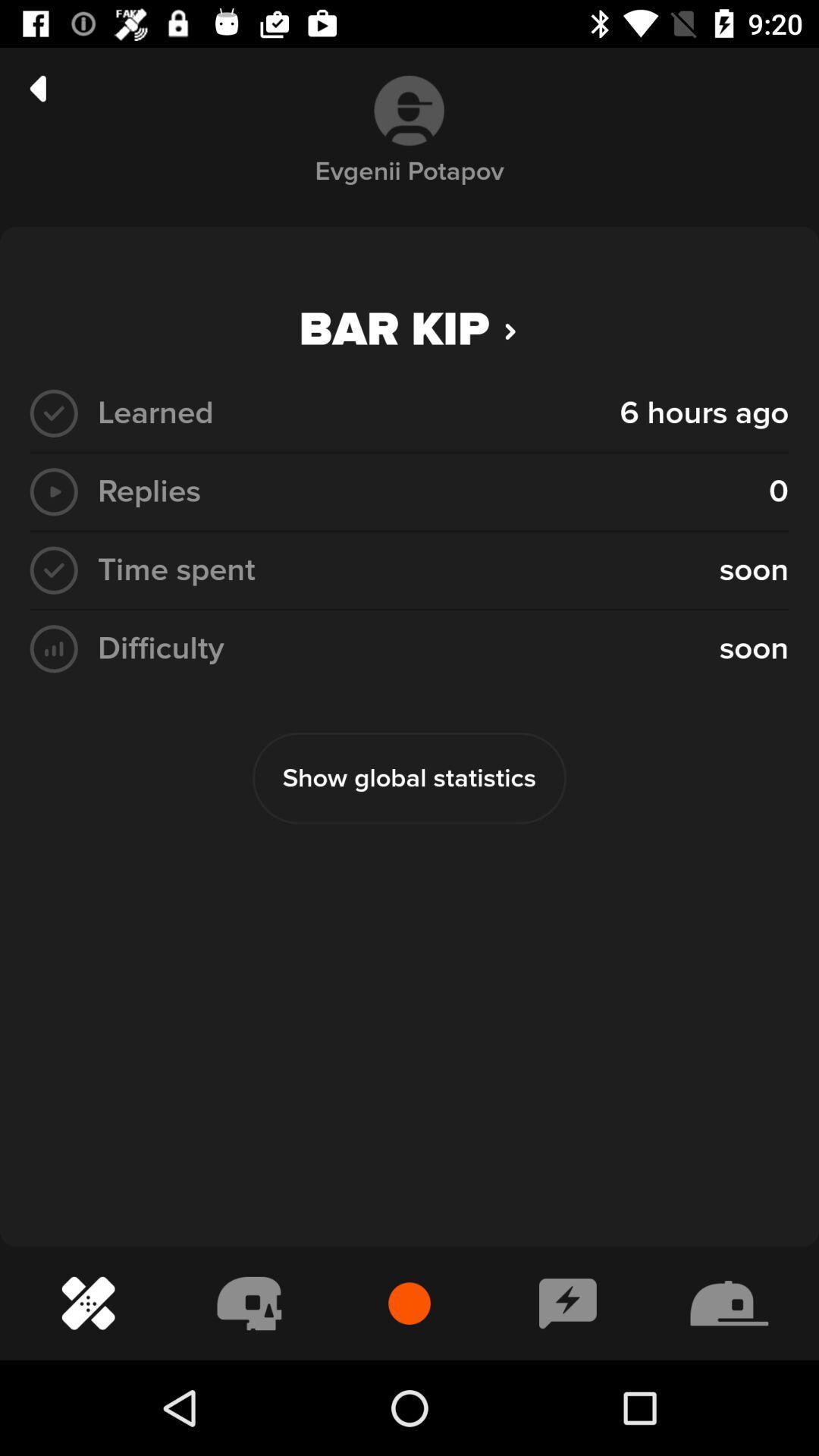 The width and height of the screenshot is (819, 1456). What do you see at coordinates (37, 87) in the screenshot?
I see `the arrow_backward icon` at bounding box center [37, 87].